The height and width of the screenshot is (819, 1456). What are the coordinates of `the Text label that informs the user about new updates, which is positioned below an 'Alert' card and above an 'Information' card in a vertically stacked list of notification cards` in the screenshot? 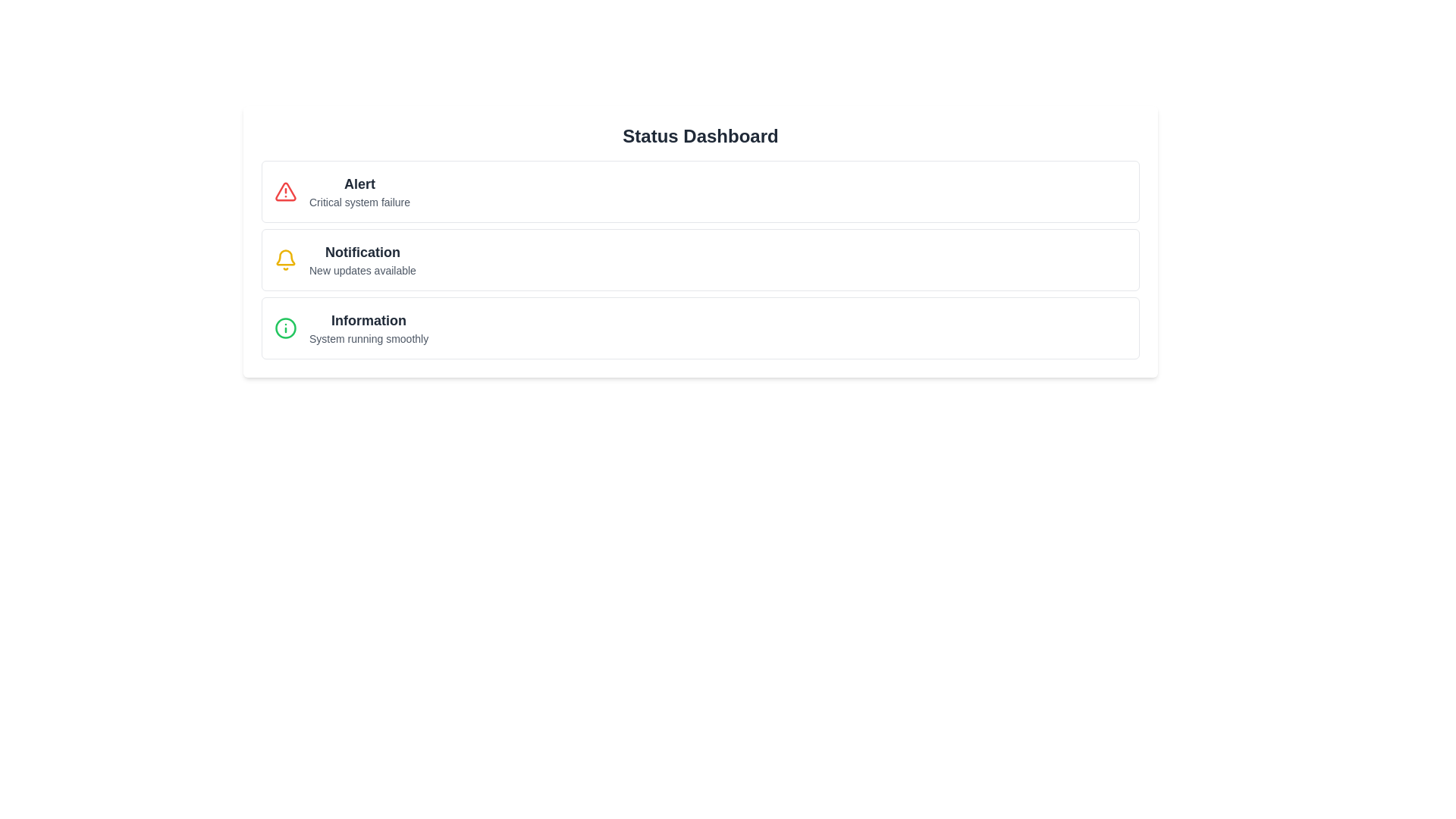 It's located at (362, 259).